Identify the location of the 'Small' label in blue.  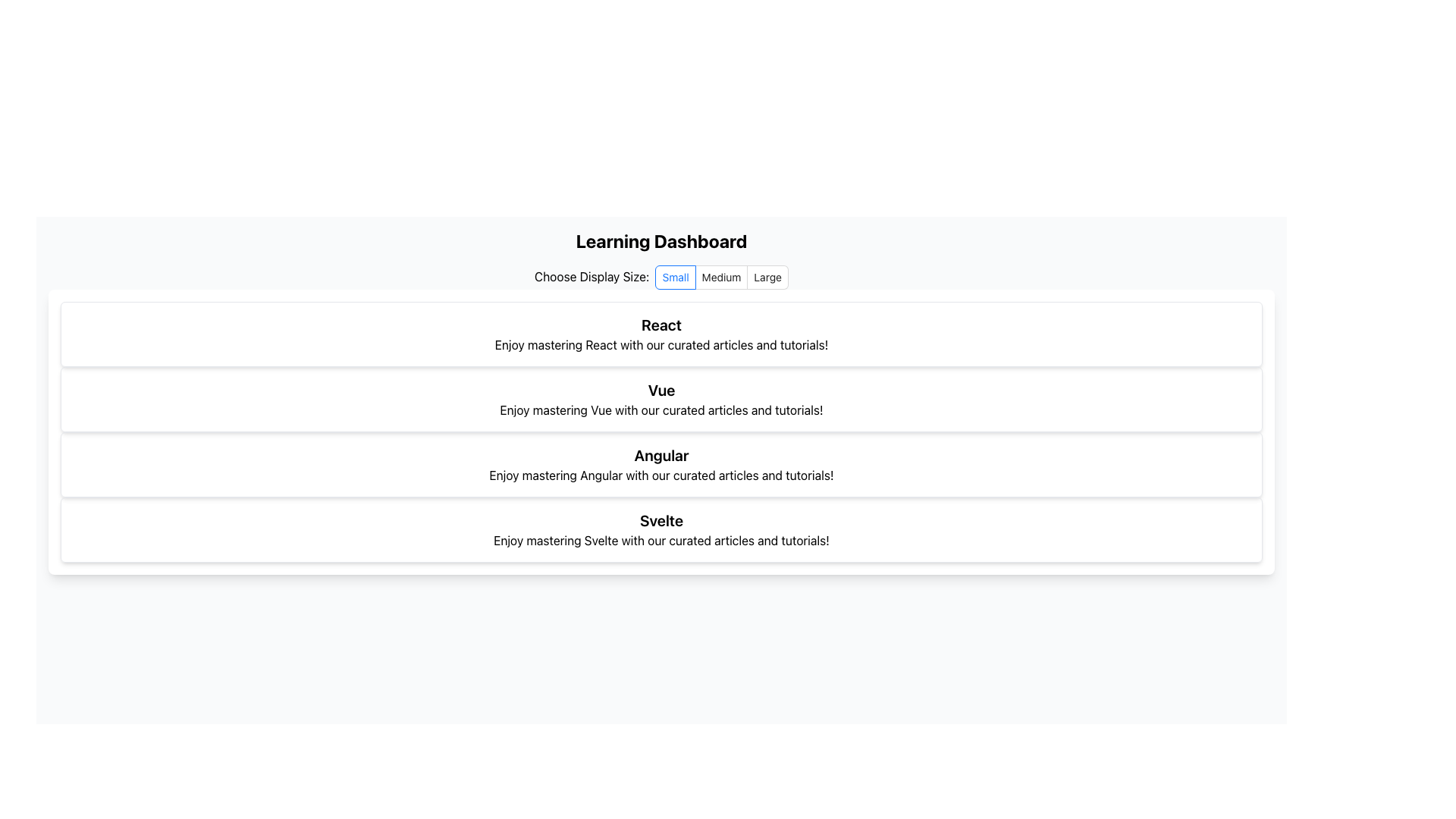
(675, 277).